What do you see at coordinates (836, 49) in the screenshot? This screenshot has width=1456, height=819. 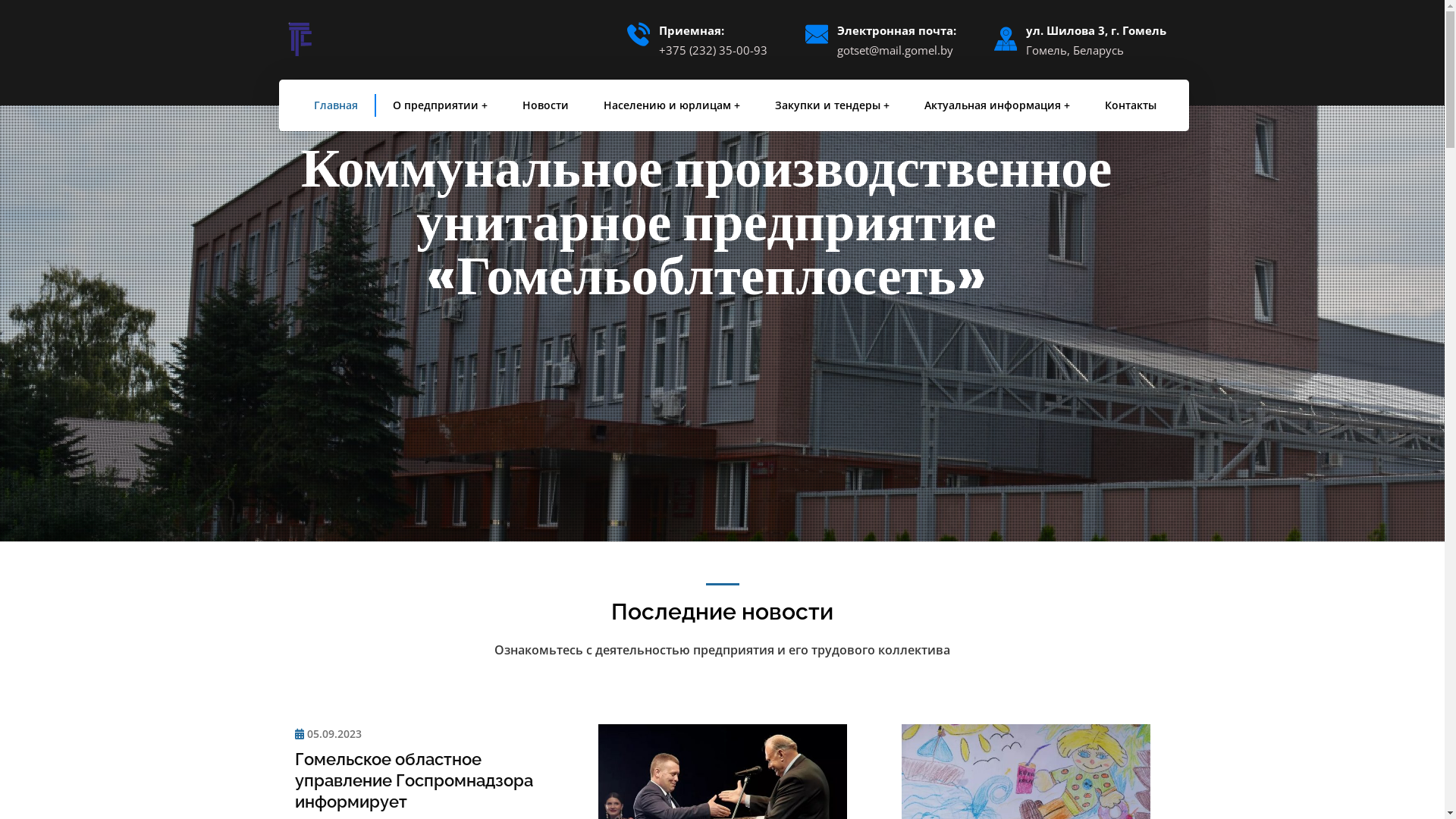 I see `'gotset@mail.gomel.by'` at bounding box center [836, 49].